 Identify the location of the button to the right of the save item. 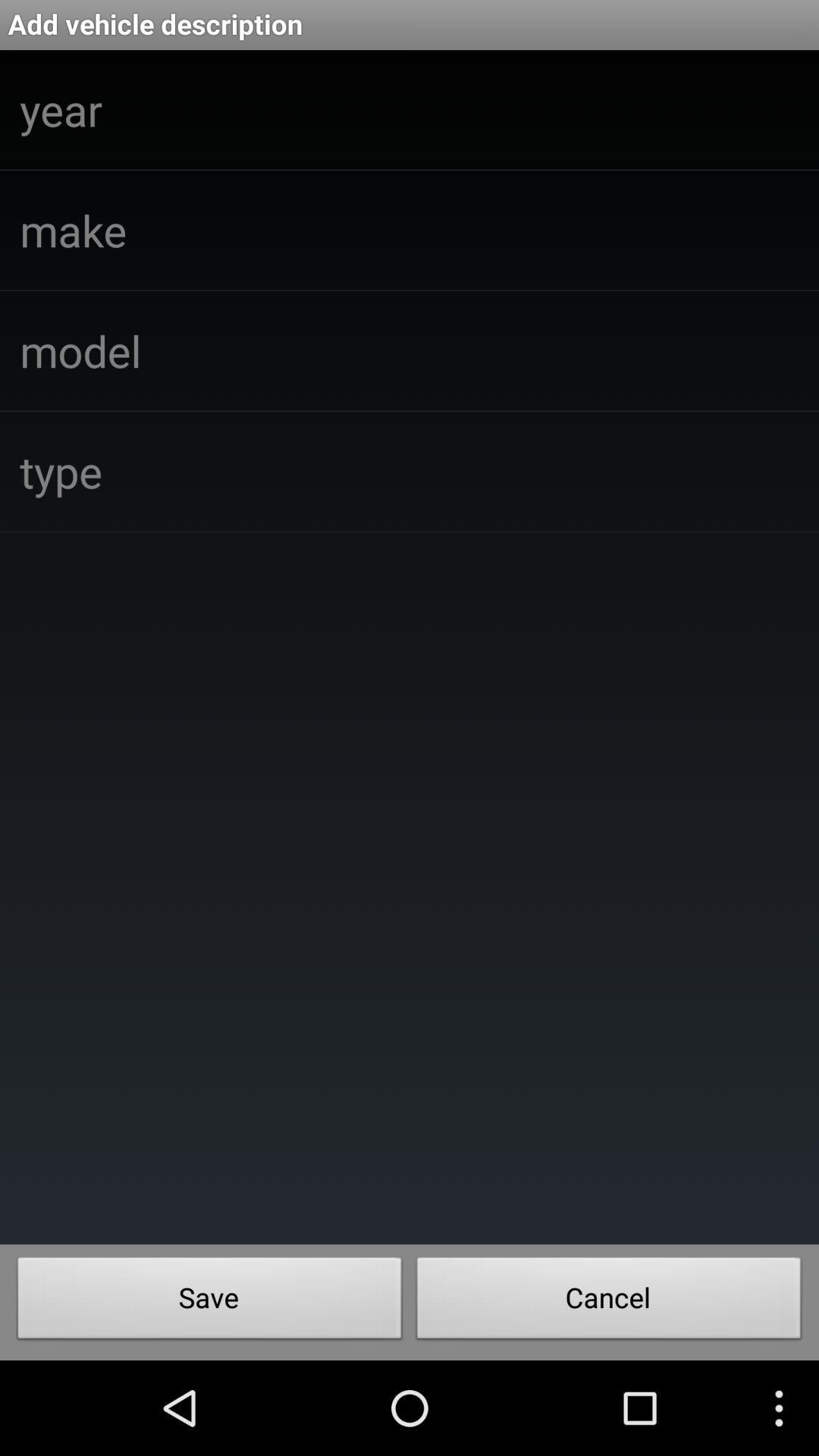
(608, 1301).